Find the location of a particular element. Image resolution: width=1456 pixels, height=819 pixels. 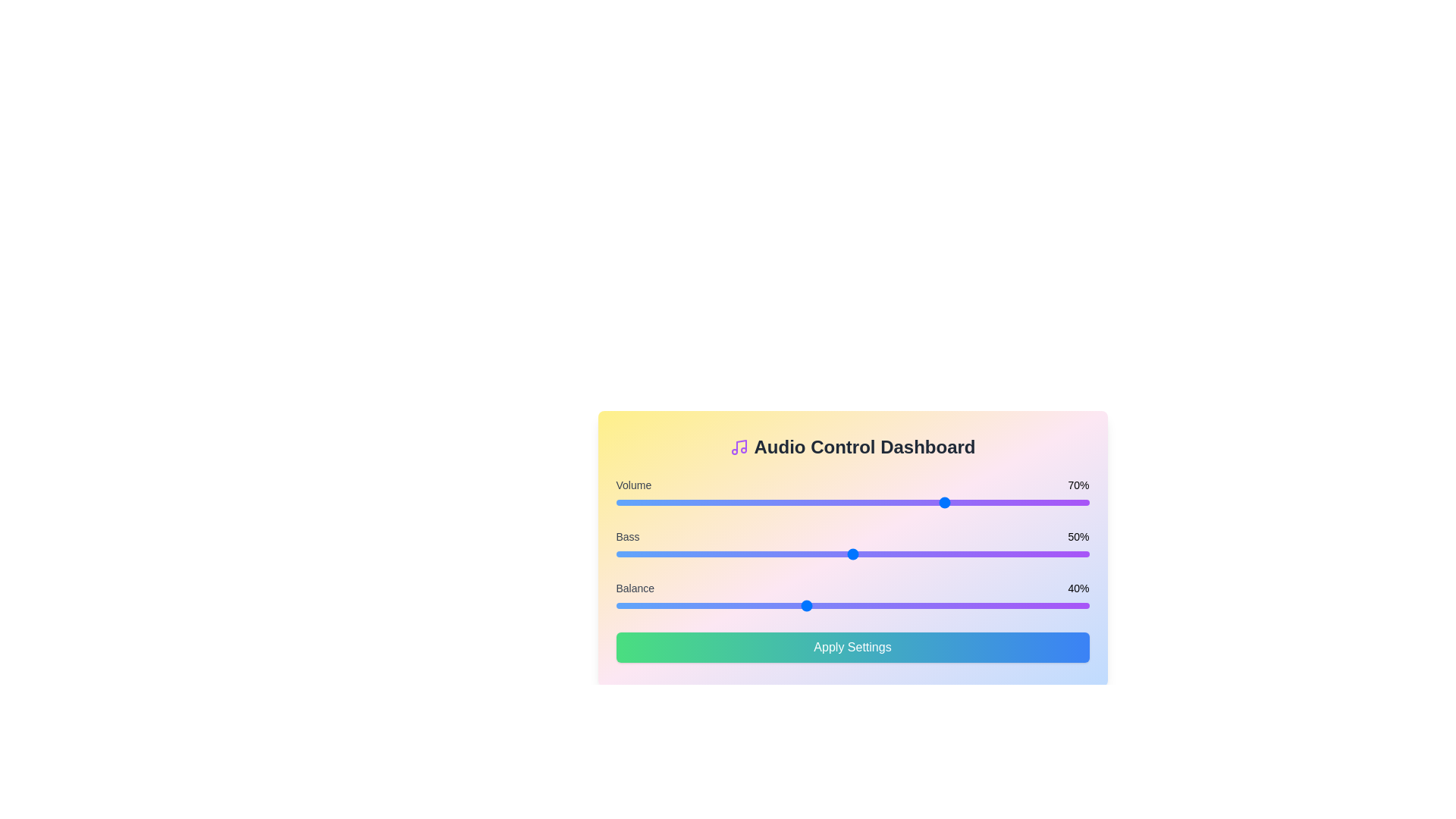

balance is located at coordinates (639, 604).